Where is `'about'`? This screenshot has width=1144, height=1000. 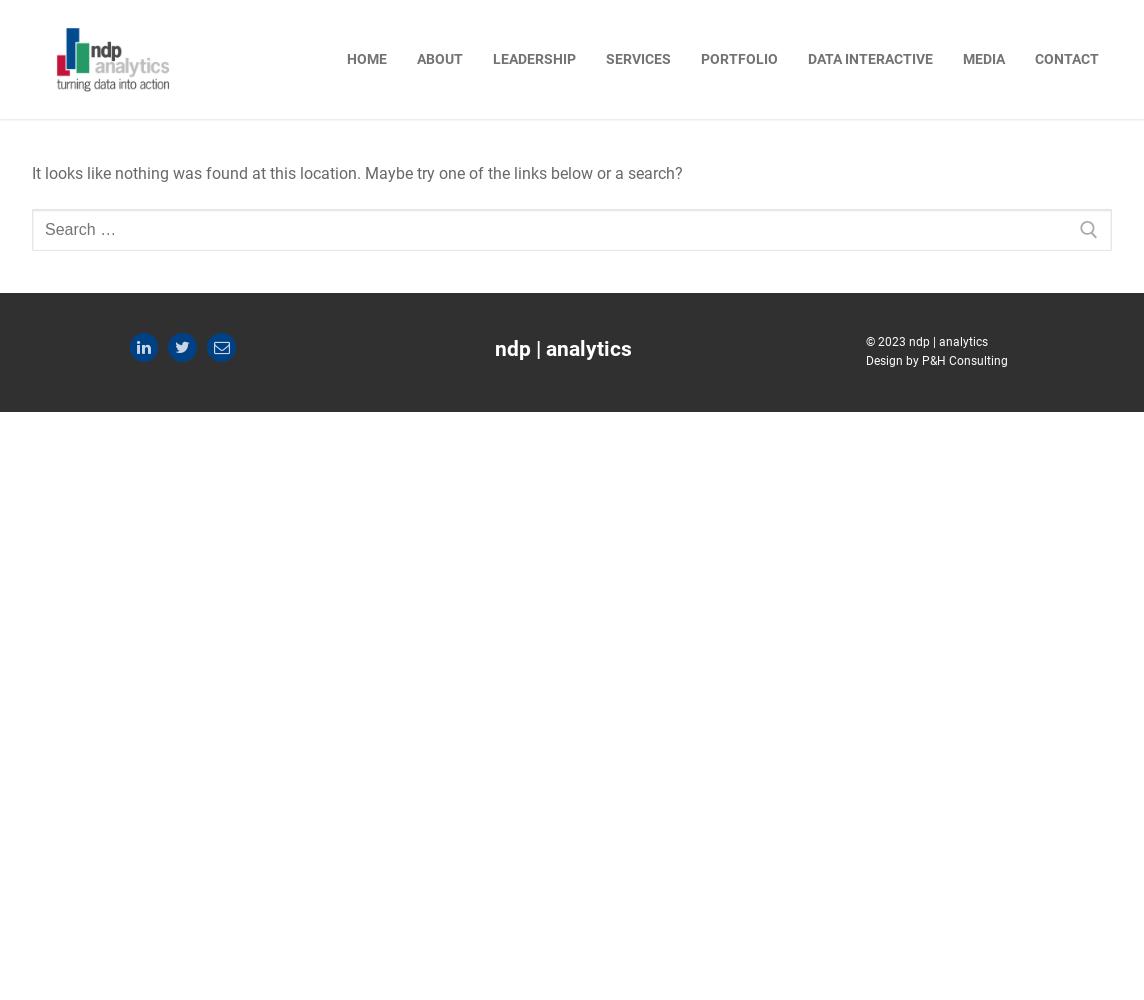 'about' is located at coordinates (438, 58).